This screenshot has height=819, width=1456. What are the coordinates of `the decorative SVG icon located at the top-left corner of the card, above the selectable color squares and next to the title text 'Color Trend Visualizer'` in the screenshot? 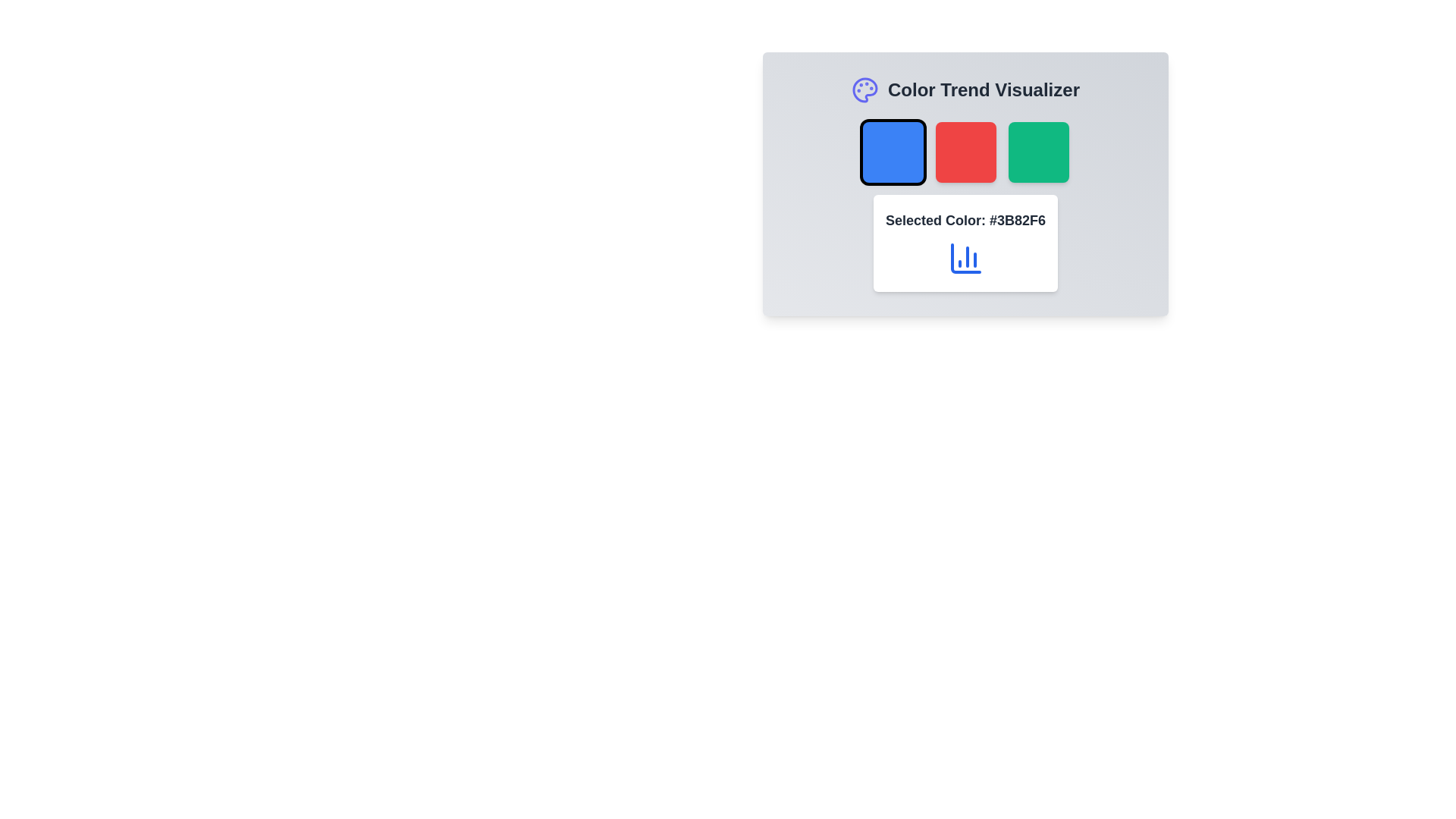 It's located at (865, 90).